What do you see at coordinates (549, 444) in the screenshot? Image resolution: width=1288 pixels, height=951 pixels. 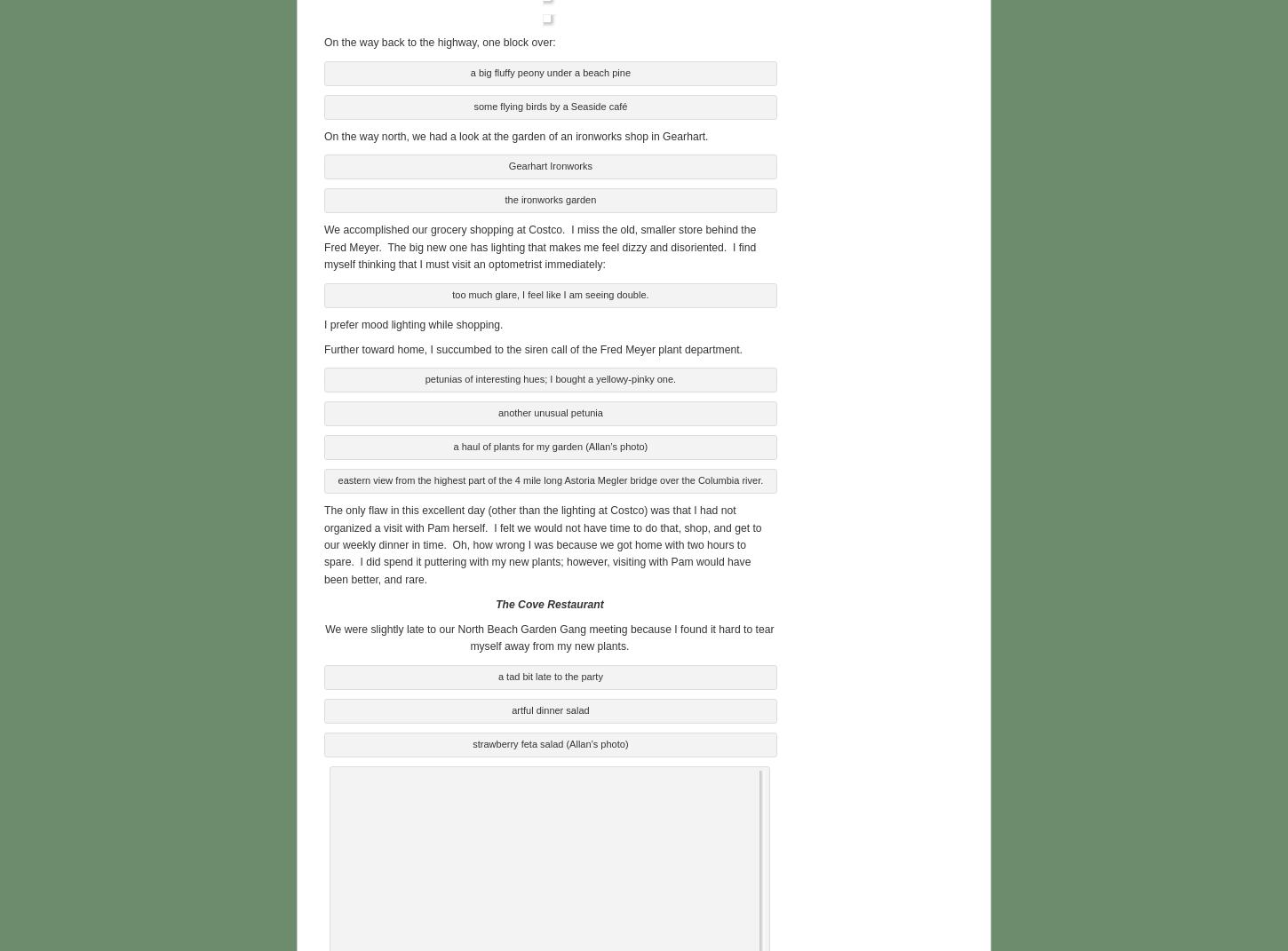 I see `'a haul of plants for my garden (Allan’s photo)'` at bounding box center [549, 444].